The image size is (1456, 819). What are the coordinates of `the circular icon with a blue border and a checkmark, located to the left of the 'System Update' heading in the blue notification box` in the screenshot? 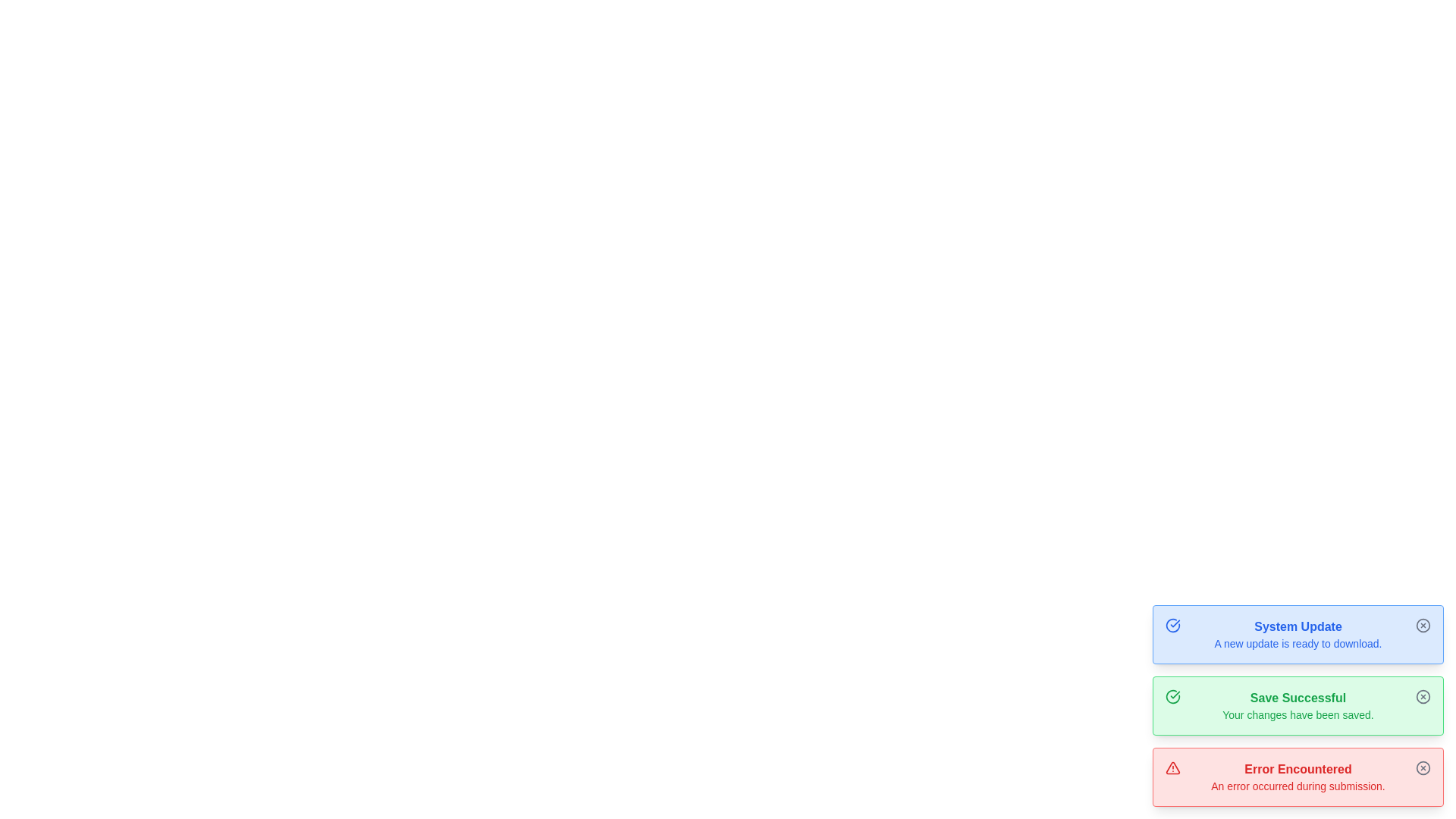 It's located at (1172, 626).